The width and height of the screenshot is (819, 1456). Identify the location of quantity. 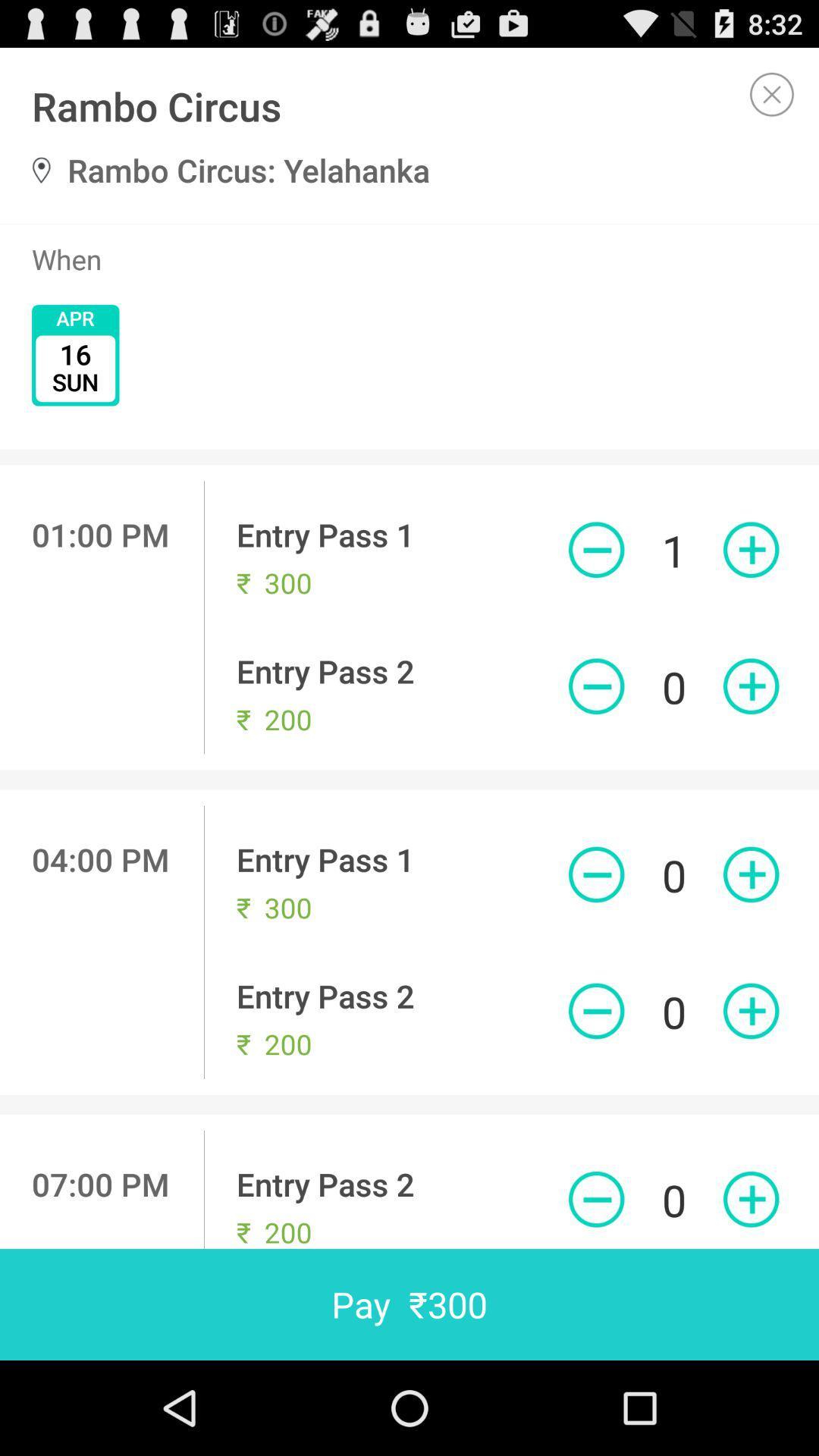
(751, 1198).